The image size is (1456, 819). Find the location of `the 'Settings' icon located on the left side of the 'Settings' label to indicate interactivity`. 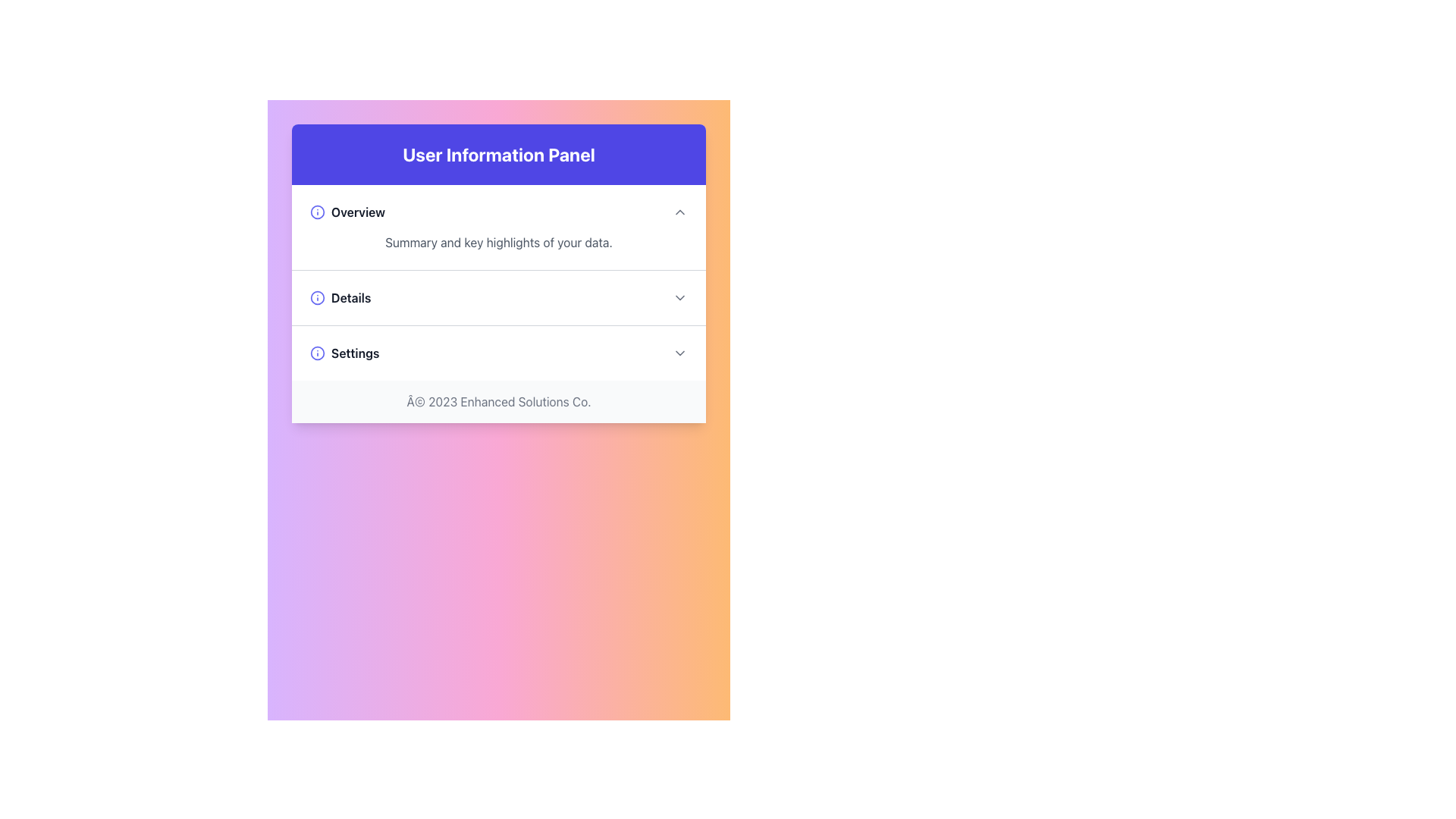

the 'Settings' icon located on the left side of the 'Settings' label to indicate interactivity is located at coordinates (316, 353).